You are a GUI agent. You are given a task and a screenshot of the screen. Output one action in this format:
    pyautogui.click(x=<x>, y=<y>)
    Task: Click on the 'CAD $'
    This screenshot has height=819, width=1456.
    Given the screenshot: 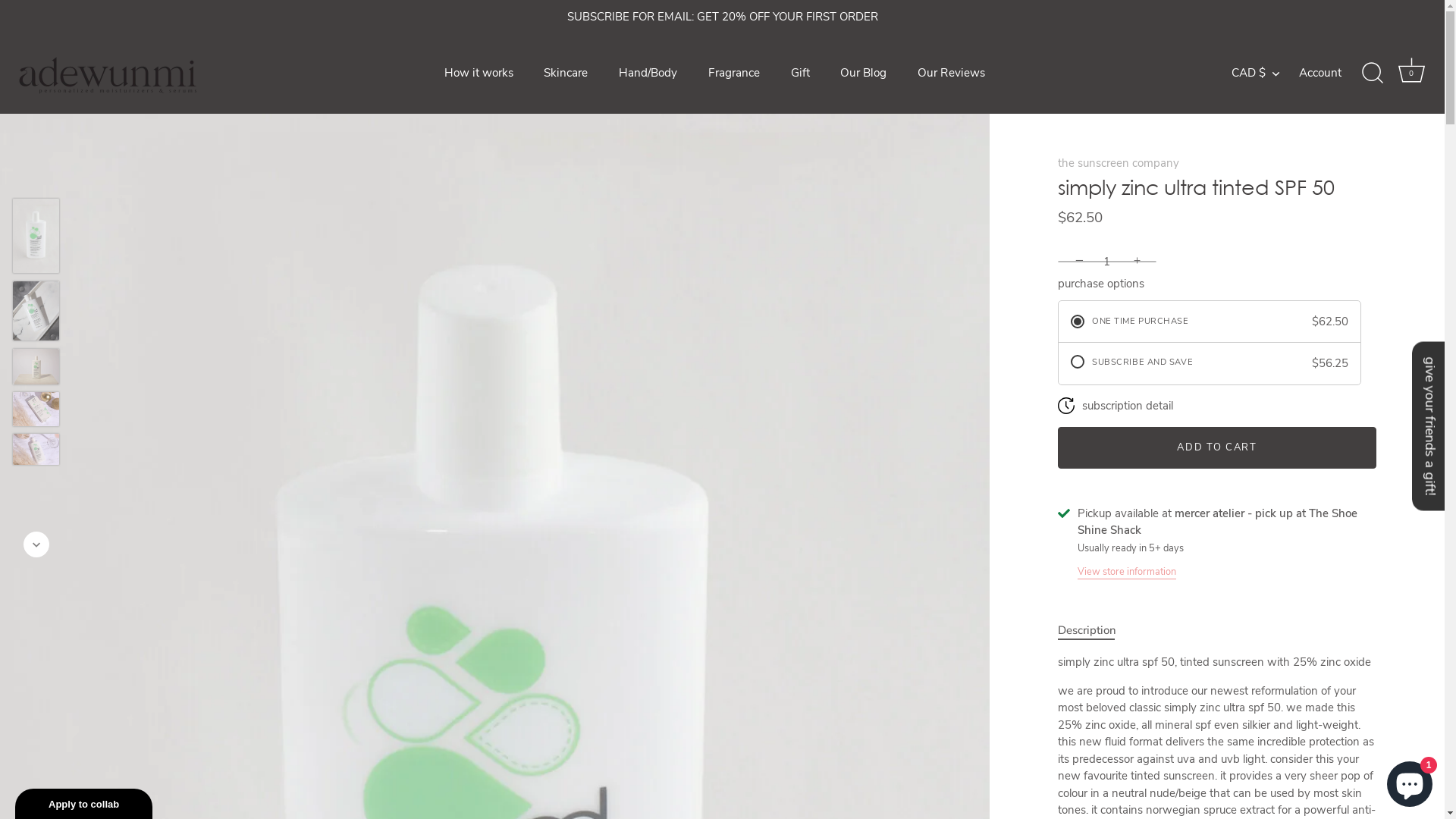 What is the action you would take?
    pyautogui.click(x=1263, y=73)
    